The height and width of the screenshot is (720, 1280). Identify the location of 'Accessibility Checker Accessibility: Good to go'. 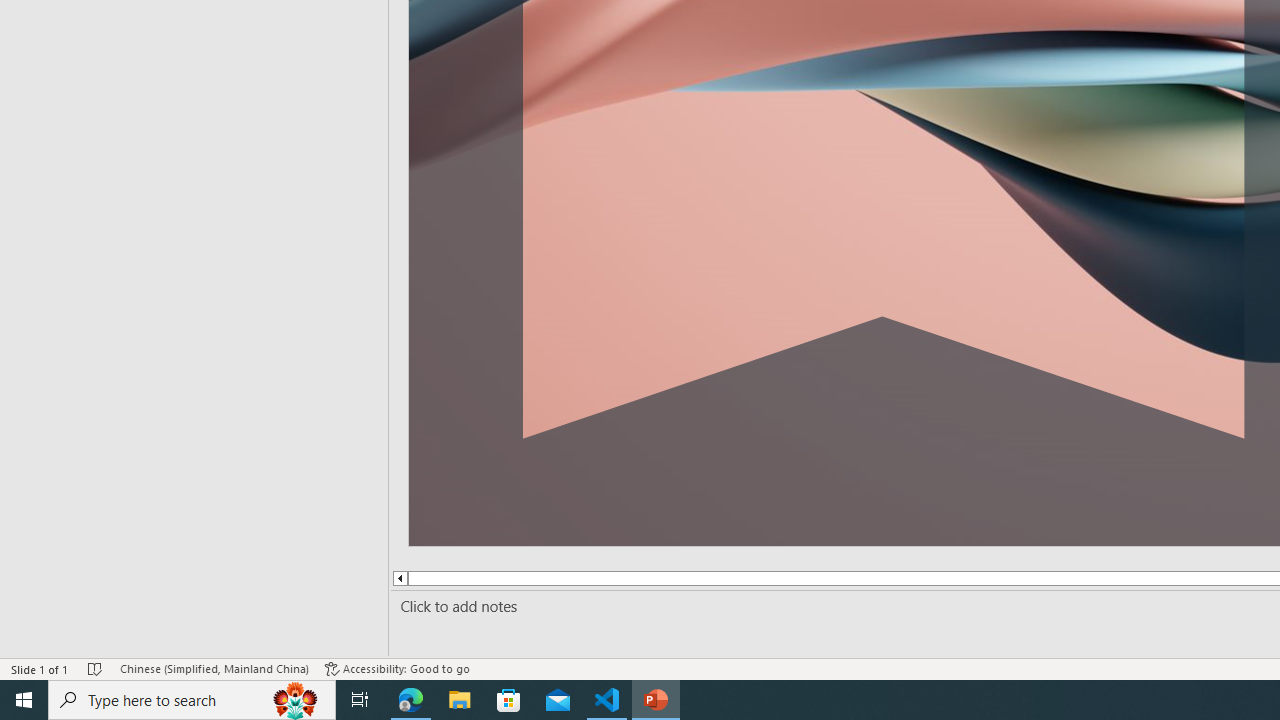
(397, 669).